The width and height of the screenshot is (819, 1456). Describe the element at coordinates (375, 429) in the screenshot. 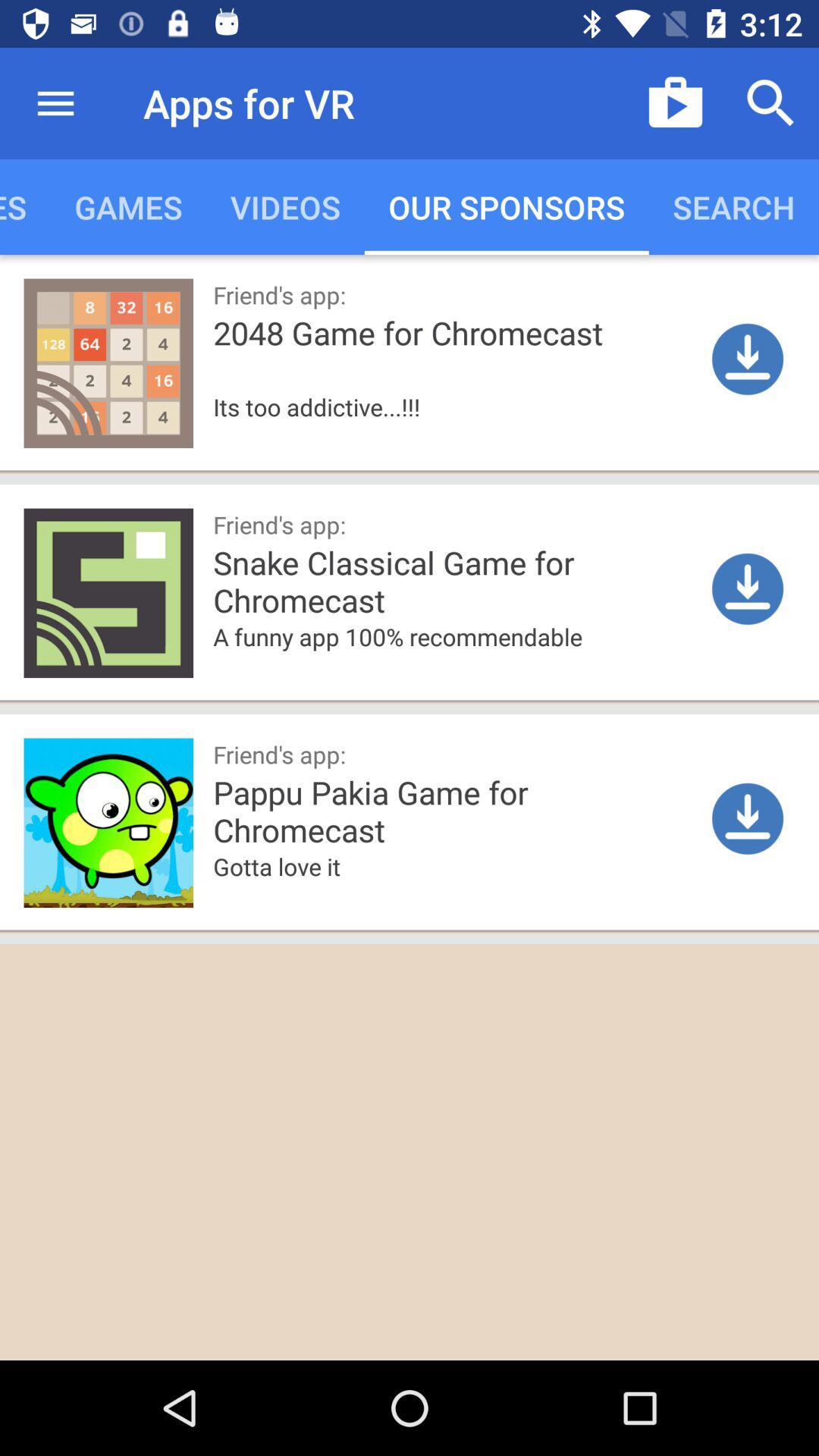

I see `the item above the friend's app: item` at that location.